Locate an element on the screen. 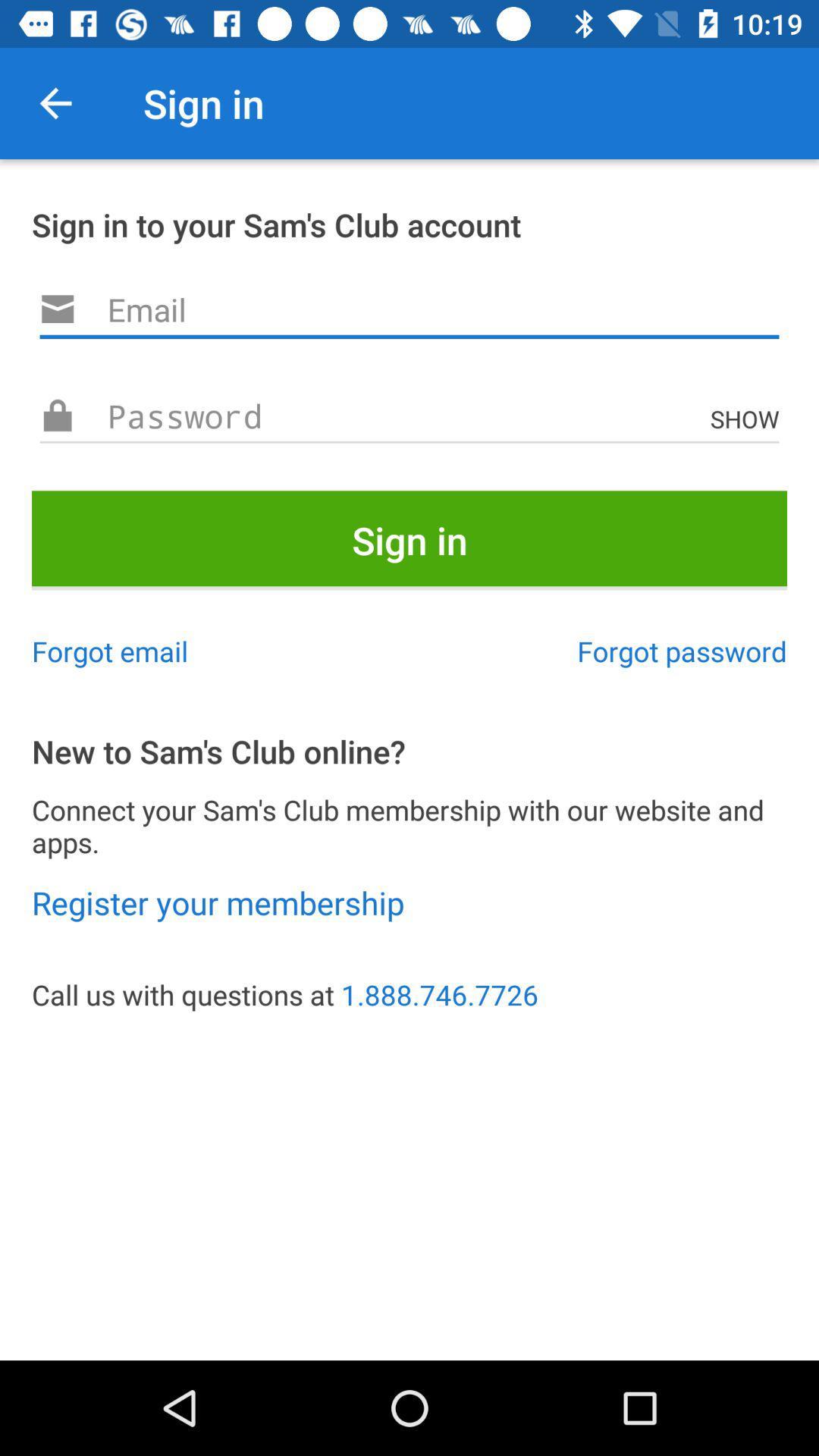 Image resolution: width=819 pixels, height=1456 pixels. show item is located at coordinates (748, 419).